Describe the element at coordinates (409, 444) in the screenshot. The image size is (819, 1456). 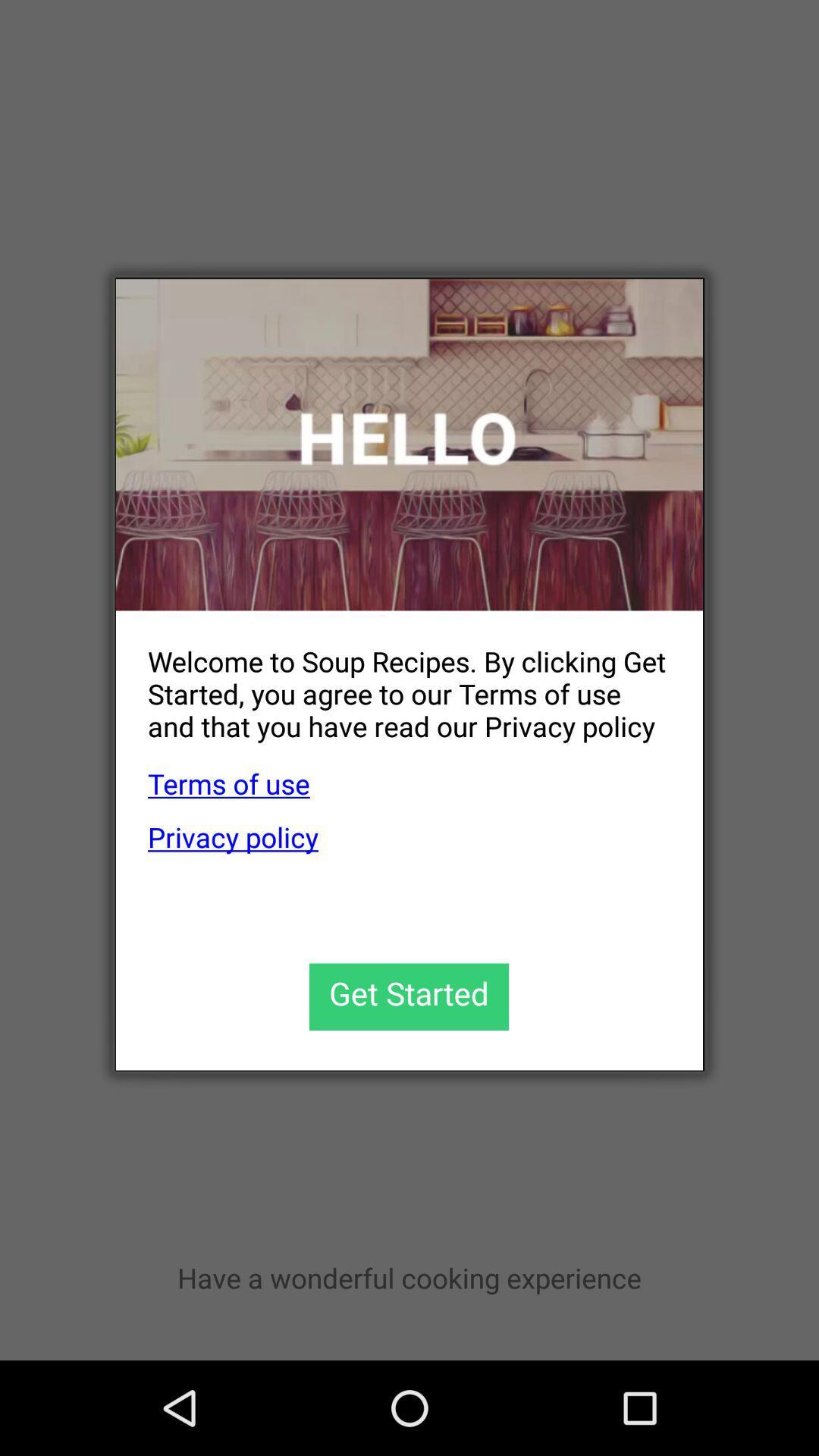
I see `item above the welcome to soup` at that location.